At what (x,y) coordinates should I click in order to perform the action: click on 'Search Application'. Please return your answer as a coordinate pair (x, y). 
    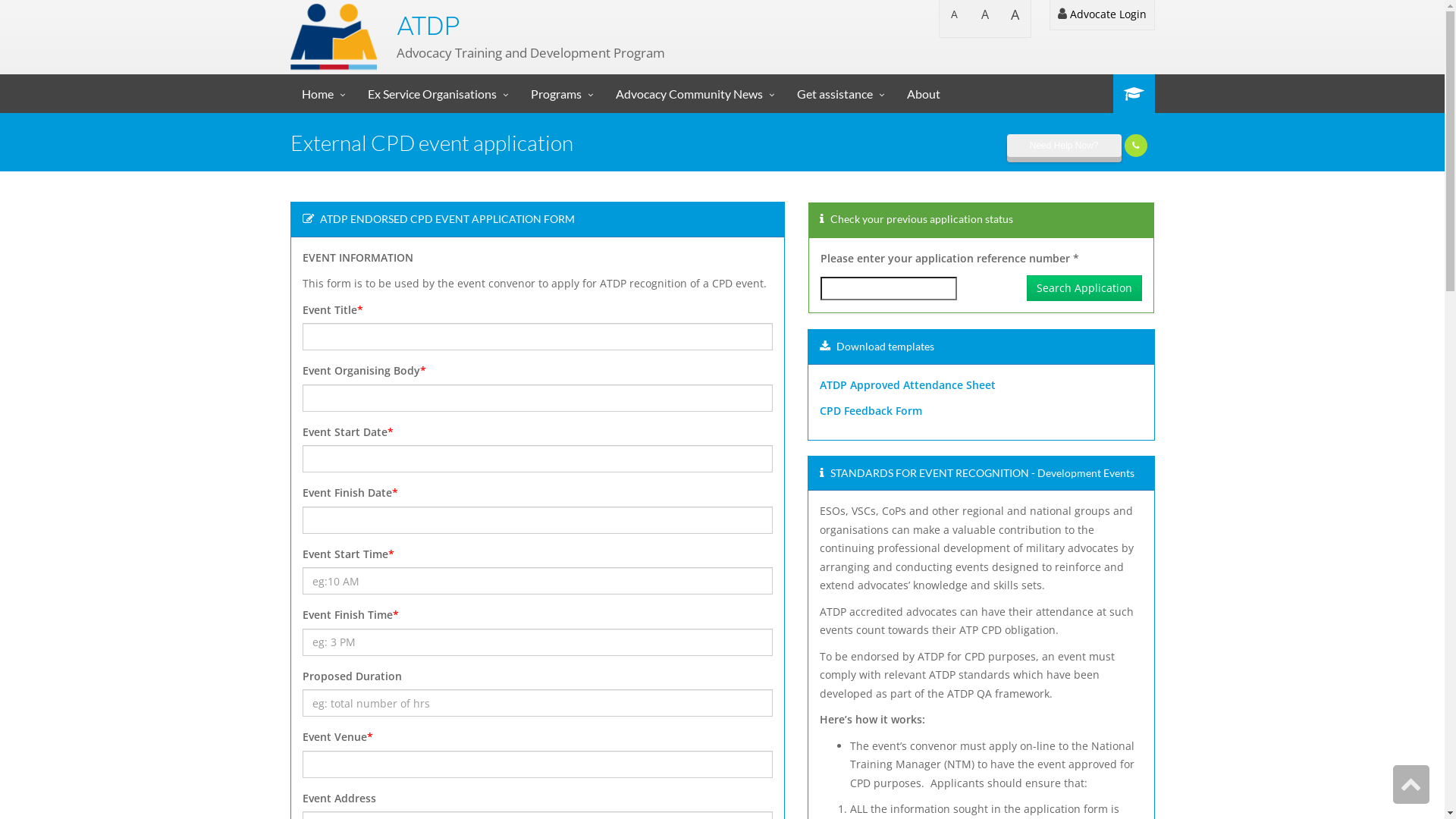
    Looking at the image, I should click on (1084, 288).